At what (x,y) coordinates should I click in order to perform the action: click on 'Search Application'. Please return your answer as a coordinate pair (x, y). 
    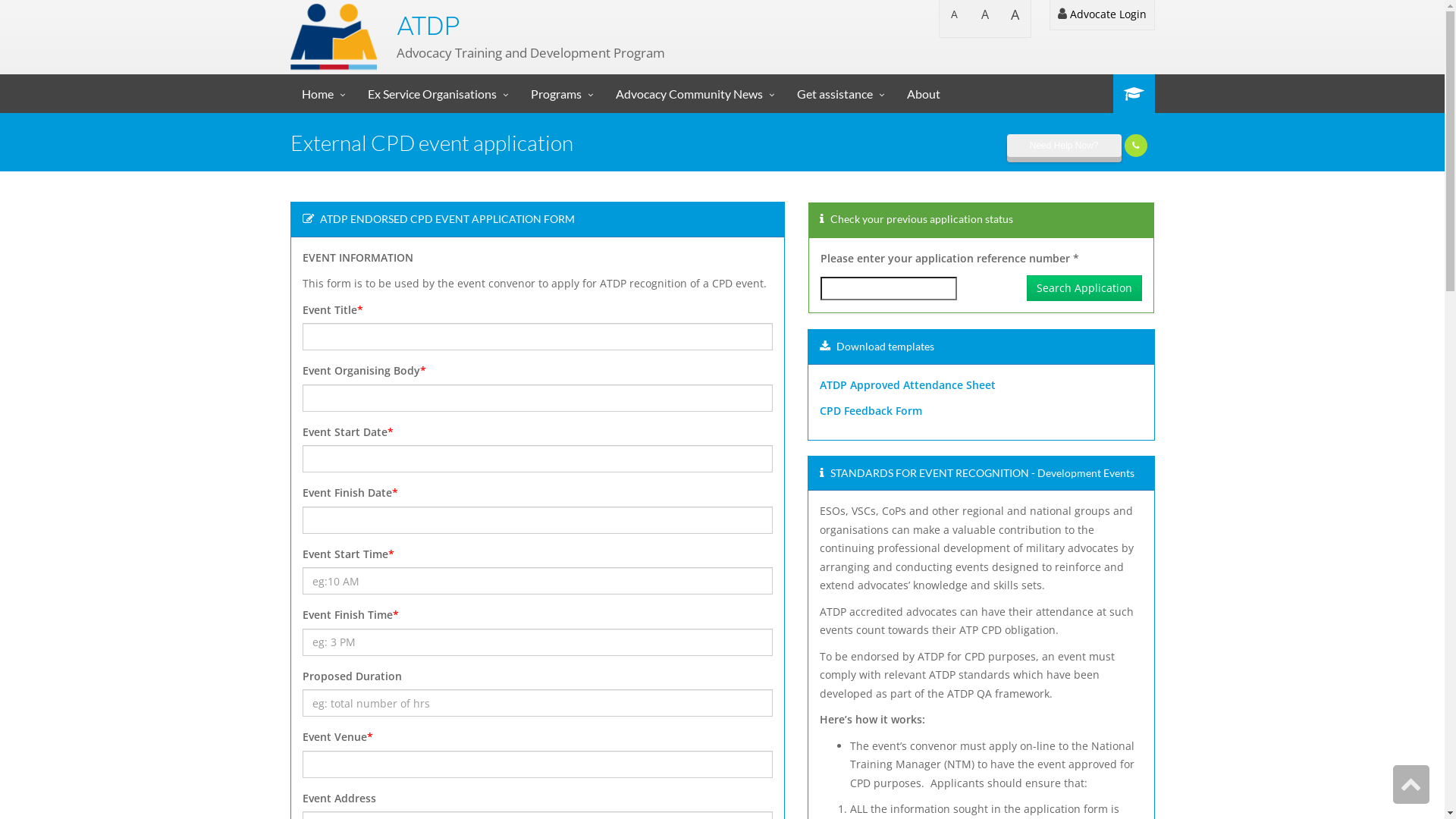
    Looking at the image, I should click on (1084, 288).